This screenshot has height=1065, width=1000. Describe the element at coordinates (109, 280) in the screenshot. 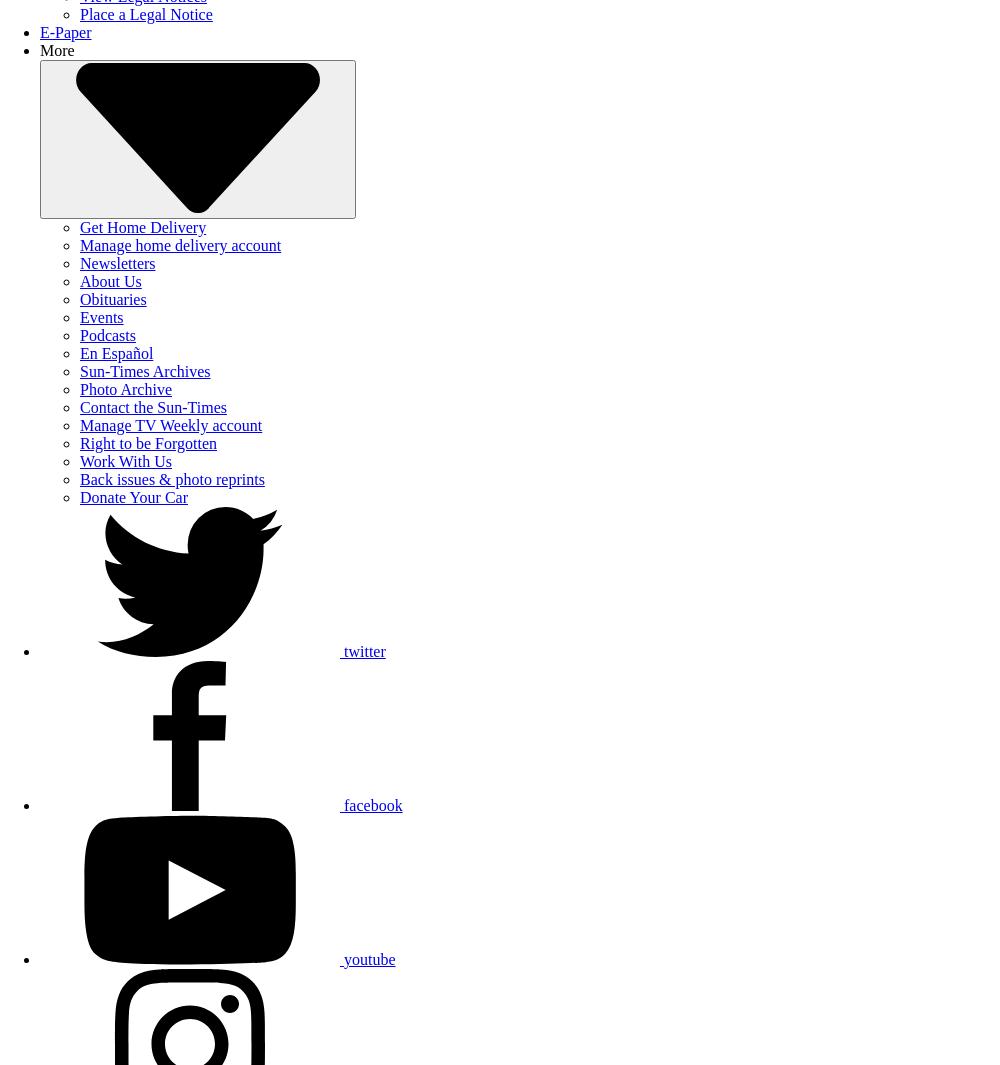

I see `'About Us'` at that location.